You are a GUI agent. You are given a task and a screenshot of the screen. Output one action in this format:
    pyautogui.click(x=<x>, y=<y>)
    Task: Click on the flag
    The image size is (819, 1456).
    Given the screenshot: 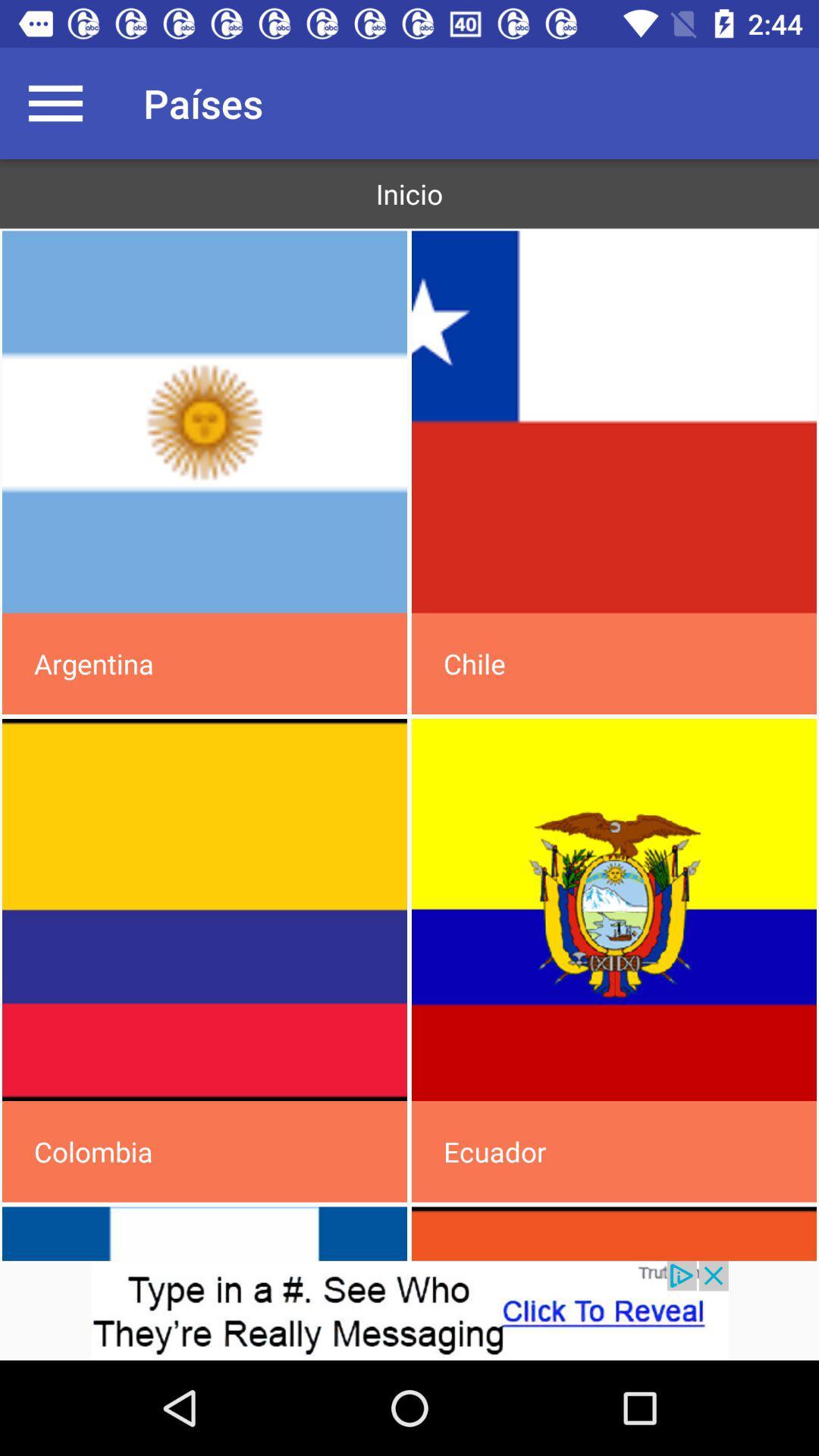 What is the action you would take?
    pyautogui.click(x=614, y=910)
    